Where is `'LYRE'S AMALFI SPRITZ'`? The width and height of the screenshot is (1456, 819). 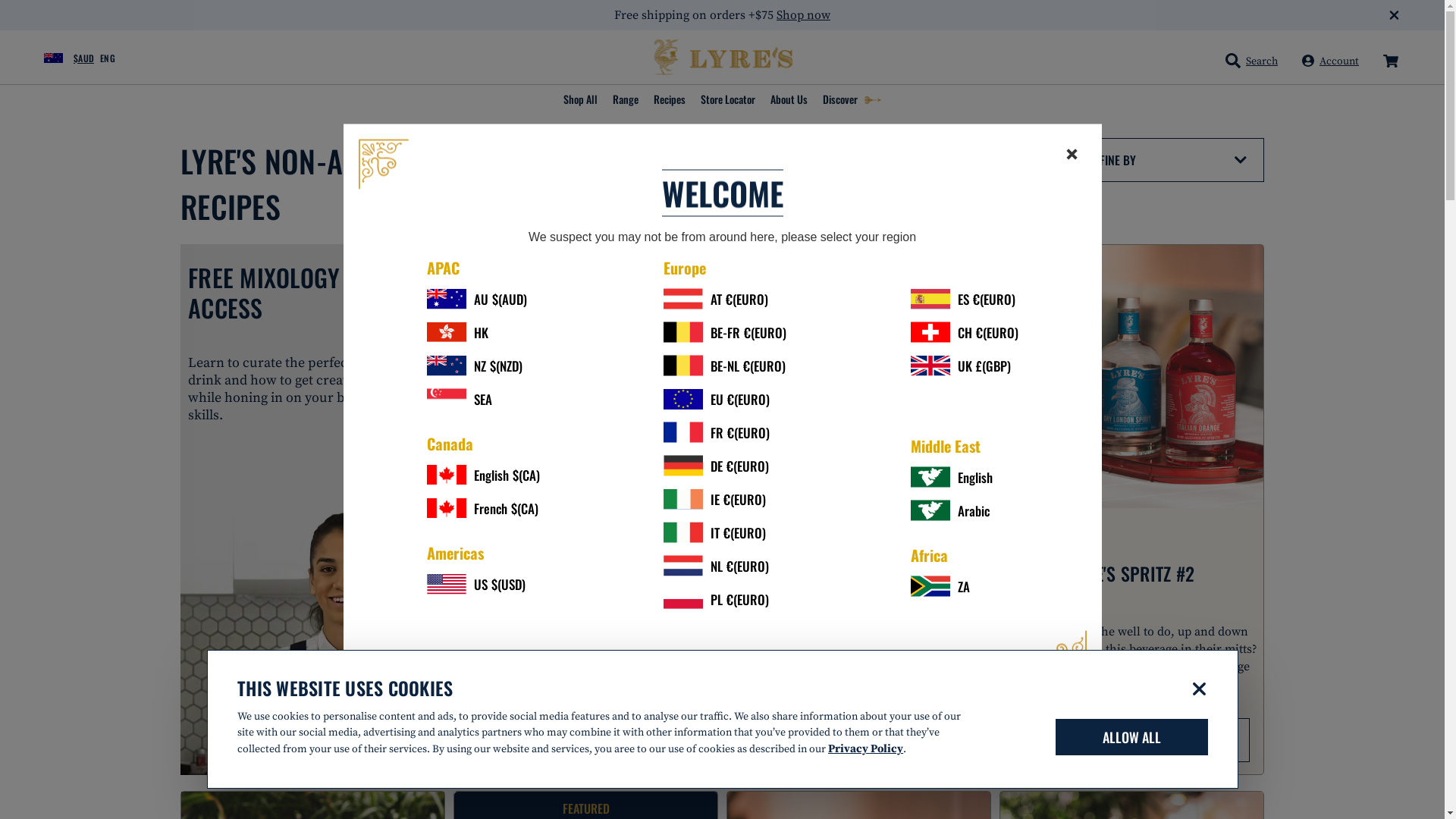 'LYRE'S AMALFI SPRITZ' is located at coordinates (858, 573).